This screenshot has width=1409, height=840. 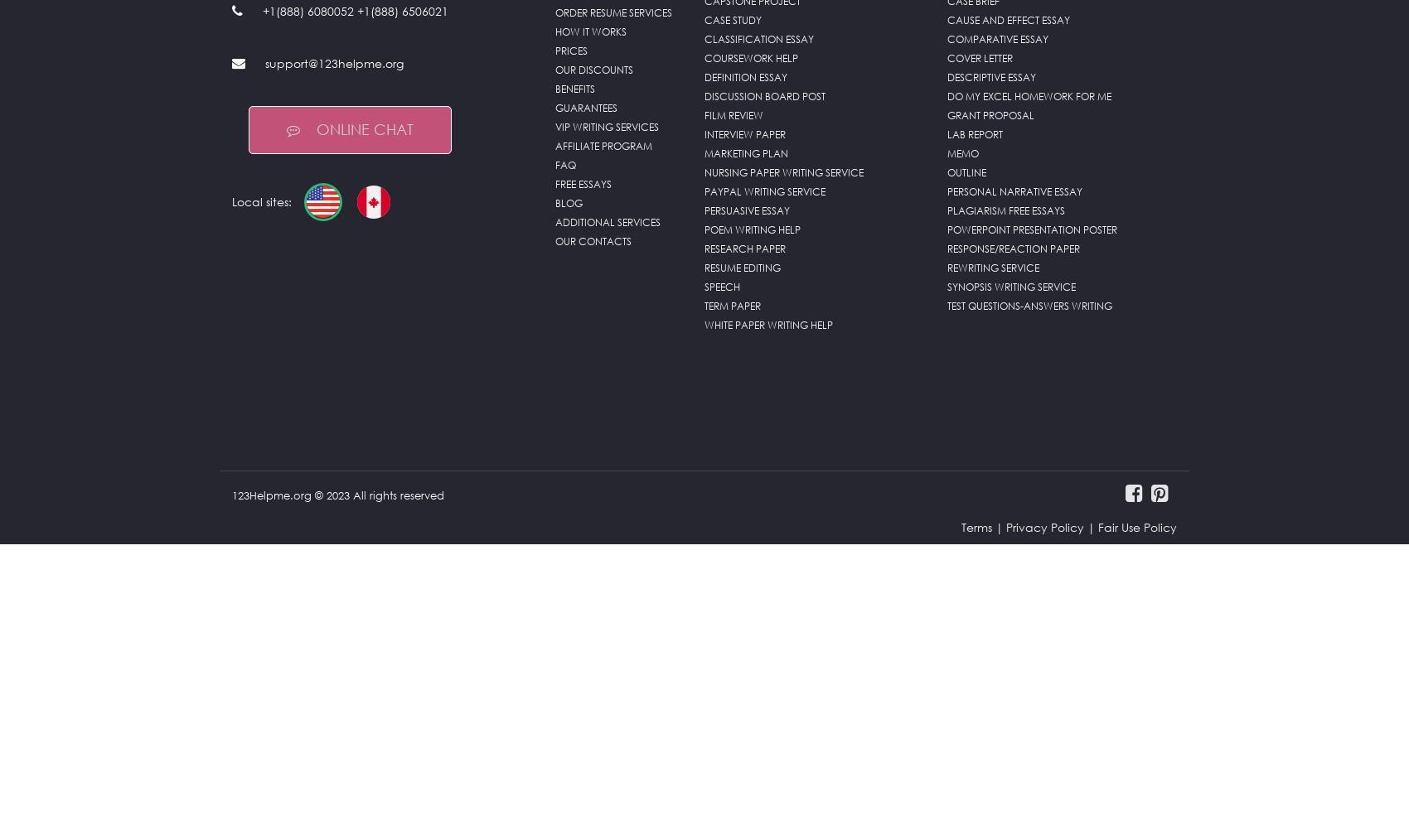 What do you see at coordinates (337, 542) in the screenshot?
I see `'123Helpme.org © 2023 All rights reserved'` at bounding box center [337, 542].